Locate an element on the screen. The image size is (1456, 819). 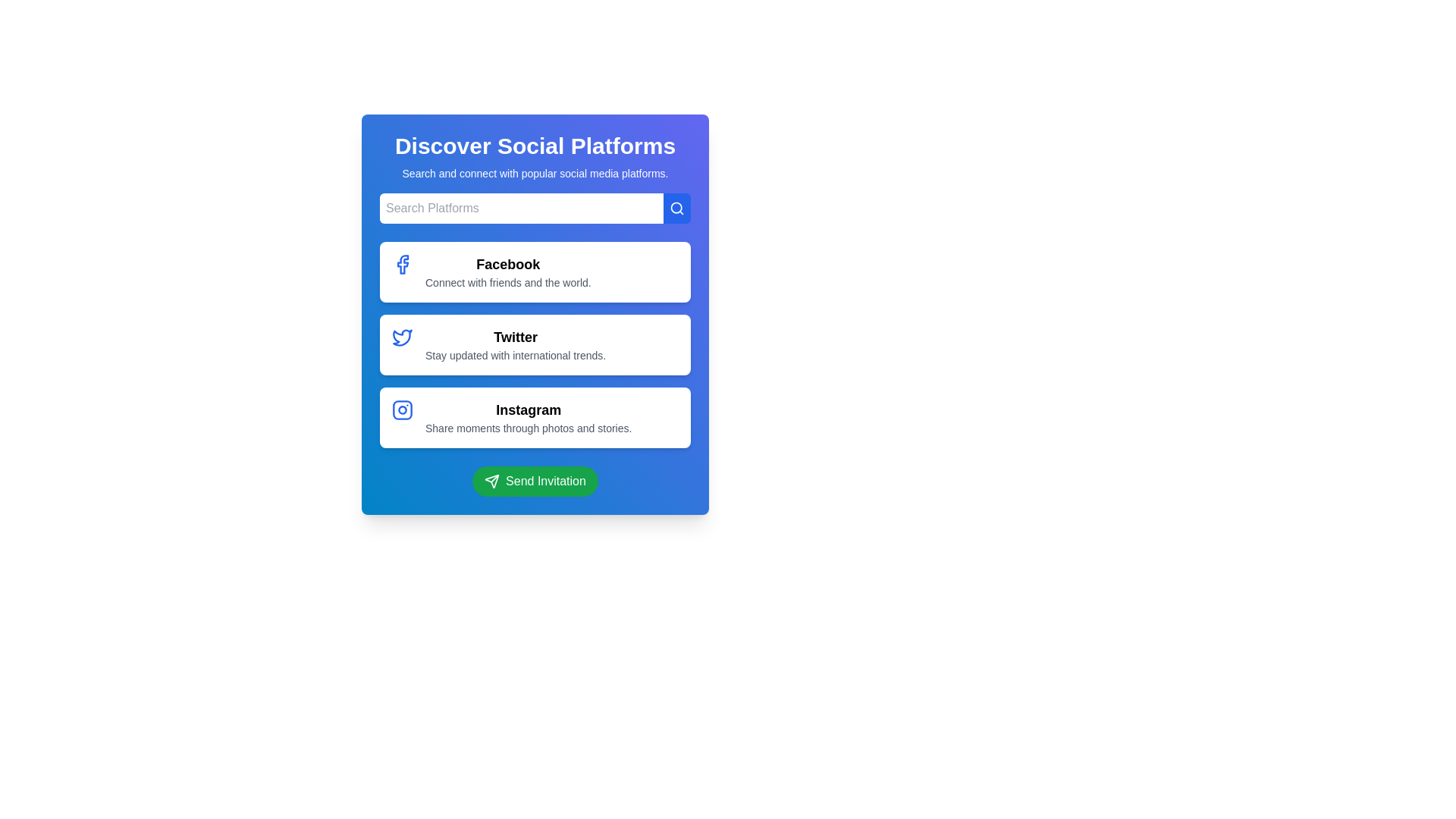
the rounded rectangle graphical icon representing the Instagram option in the interface by clicking on it is located at coordinates (403, 409).